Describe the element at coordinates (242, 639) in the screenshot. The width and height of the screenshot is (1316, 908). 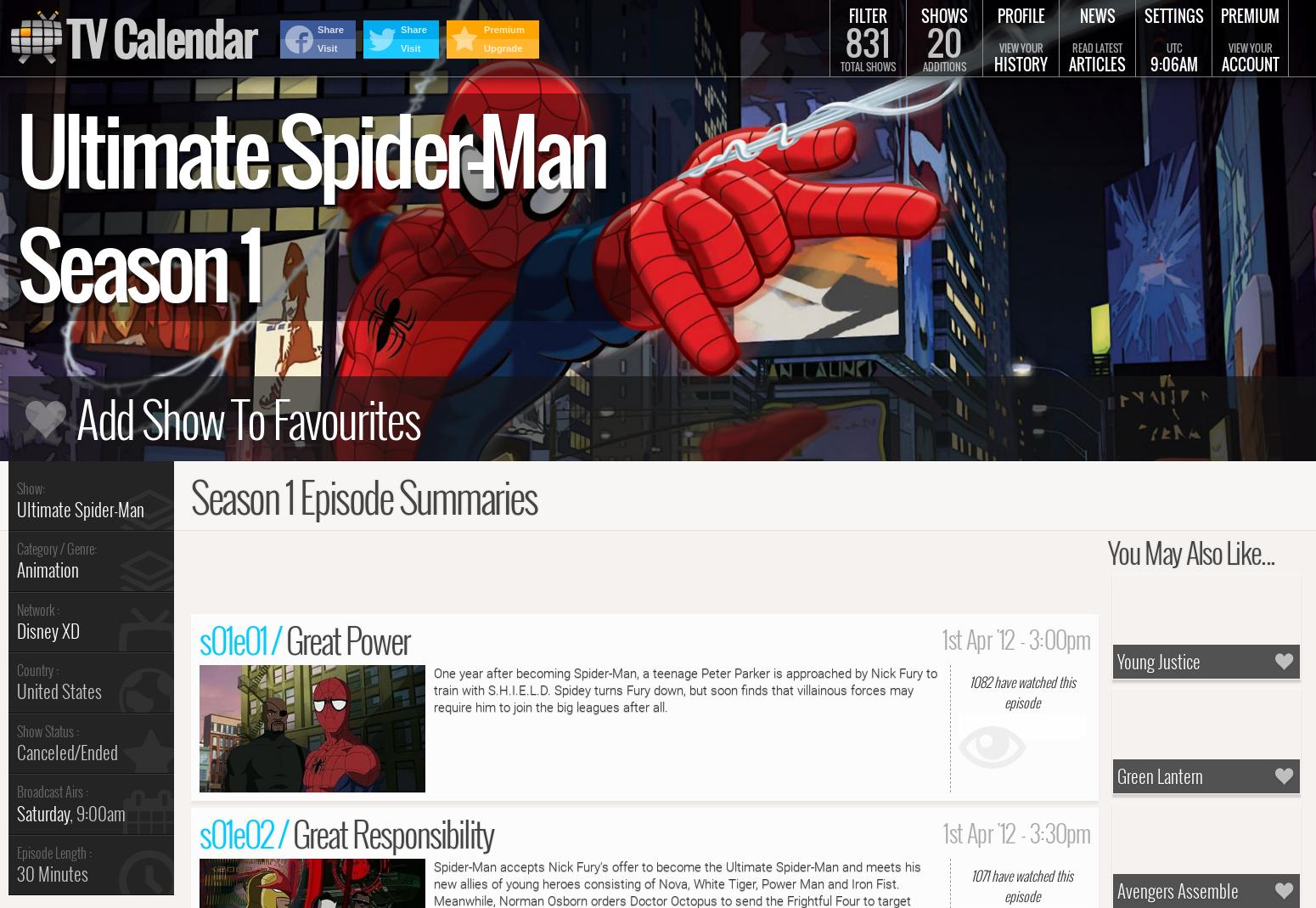
I see `'s01e01 /'` at that location.